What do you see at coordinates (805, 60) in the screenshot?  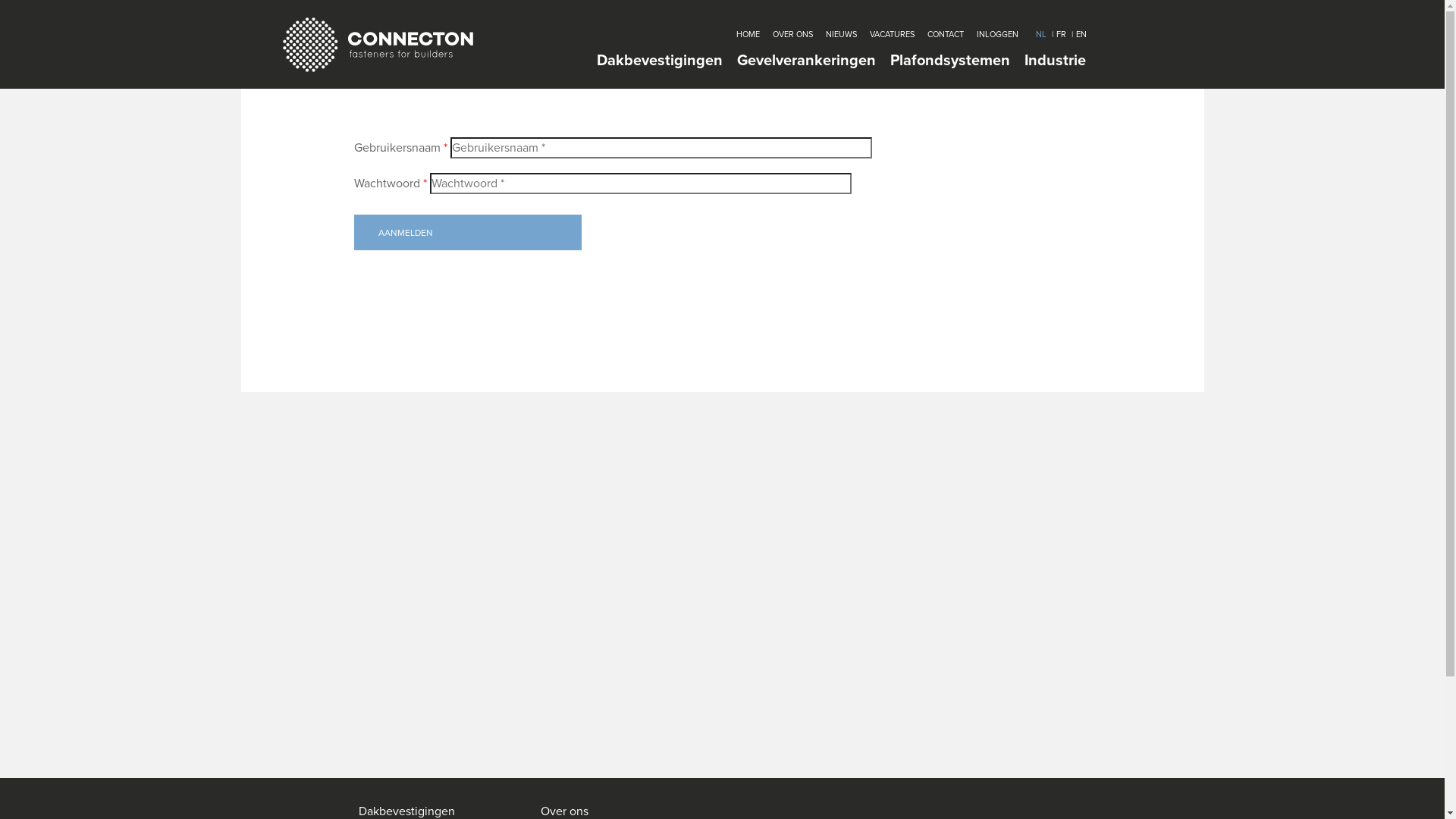 I see `'Gevelverankeringen'` at bounding box center [805, 60].